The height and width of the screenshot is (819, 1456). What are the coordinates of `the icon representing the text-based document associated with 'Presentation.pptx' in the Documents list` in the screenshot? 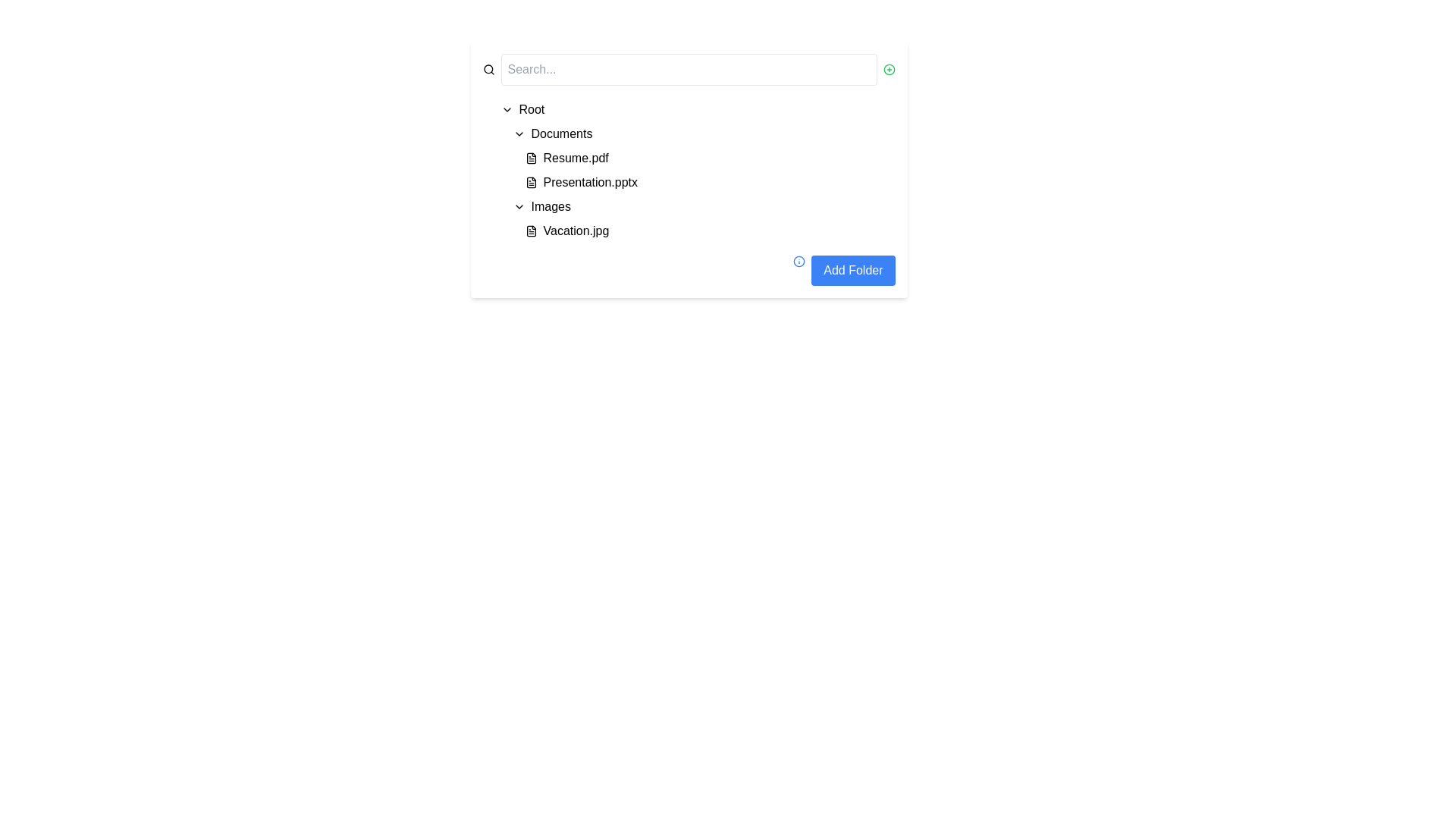 It's located at (531, 181).